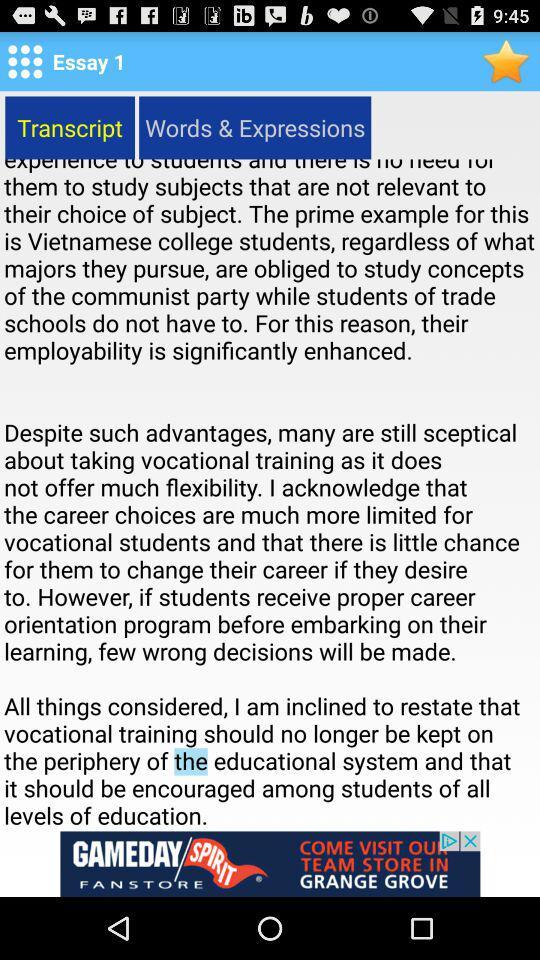  Describe the element at coordinates (24, 65) in the screenshot. I see `the dialpad icon` at that location.